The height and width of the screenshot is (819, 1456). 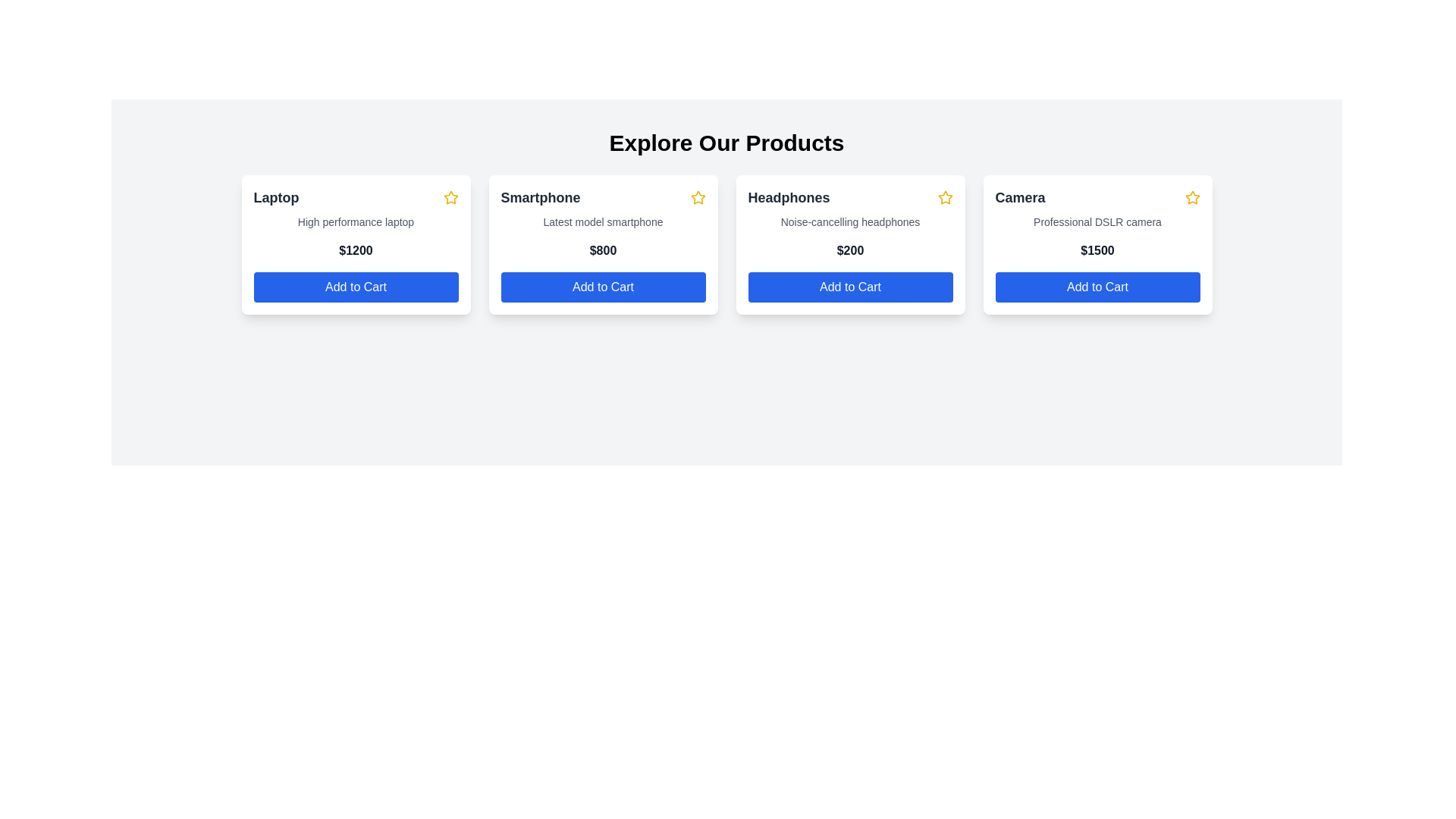 I want to click on the star icon in the top-right corner of the 'Laptop' product card to favorite or unfavorite the item, so click(x=450, y=197).